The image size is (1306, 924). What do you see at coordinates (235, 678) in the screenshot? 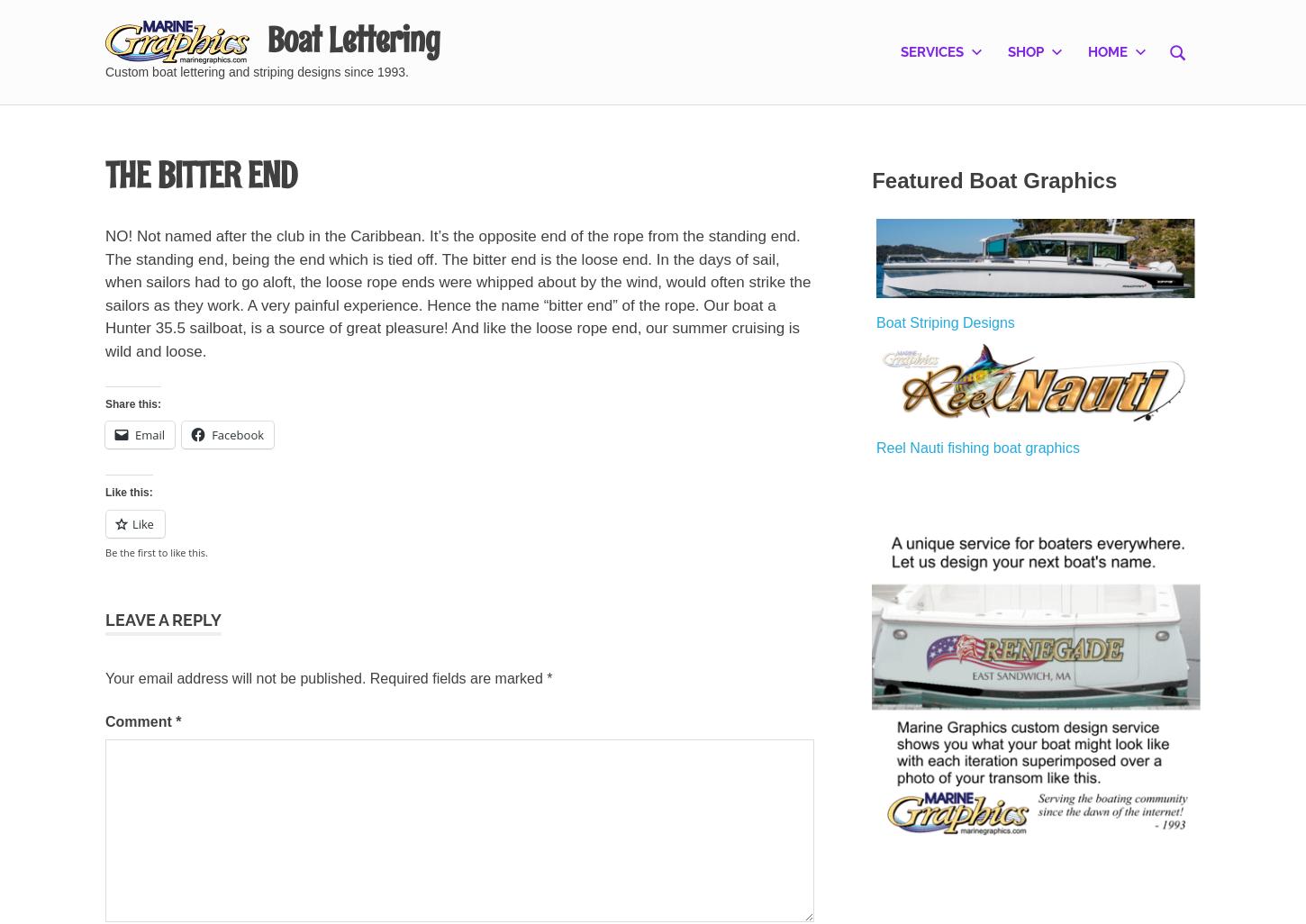
I see `'Your email address will not be published.'` at bounding box center [235, 678].